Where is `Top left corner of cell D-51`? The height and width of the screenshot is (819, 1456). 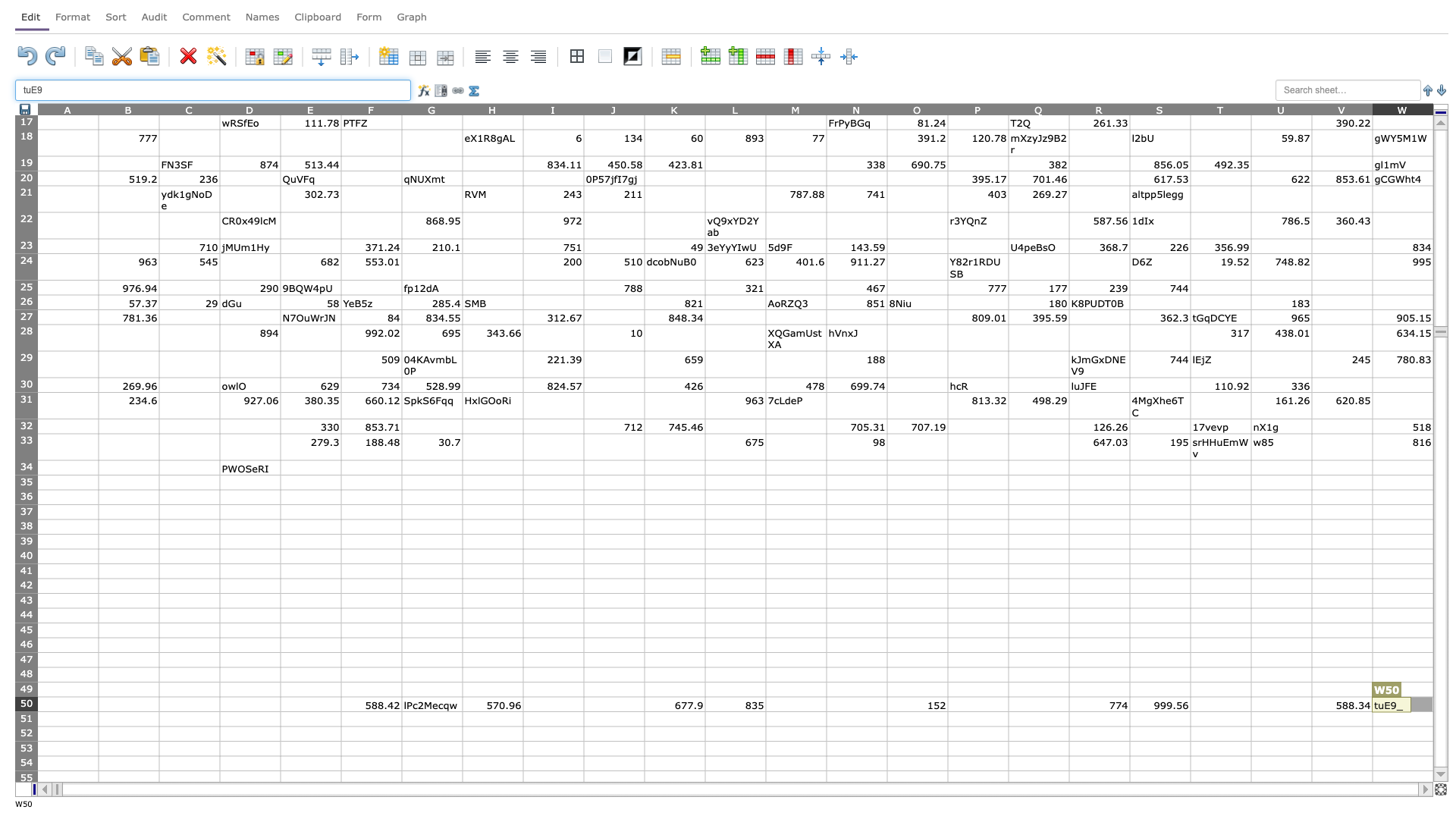
Top left corner of cell D-51 is located at coordinates (218, 711).